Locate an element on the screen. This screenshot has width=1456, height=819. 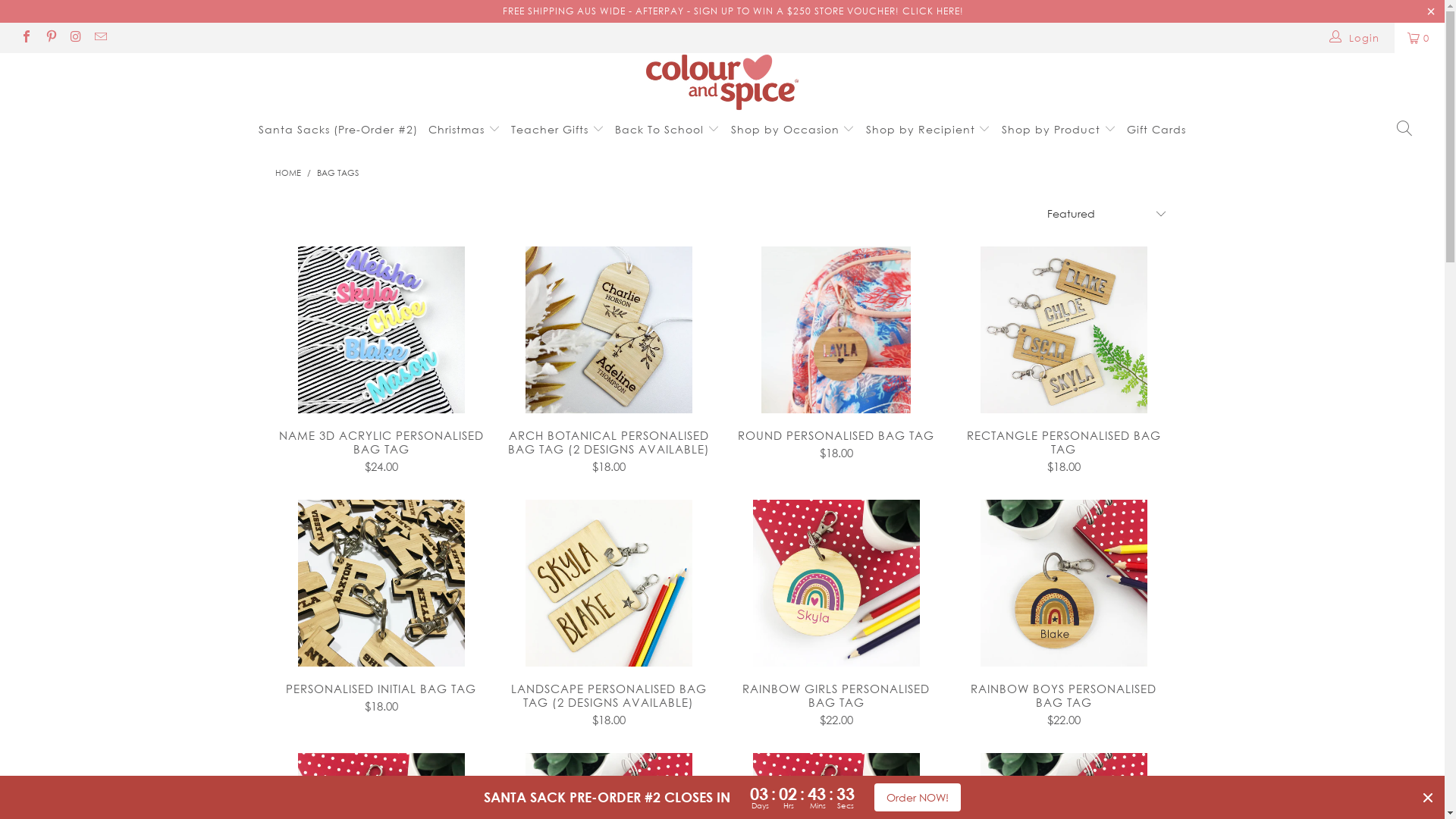
'Christmas' is located at coordinates (463, 127).